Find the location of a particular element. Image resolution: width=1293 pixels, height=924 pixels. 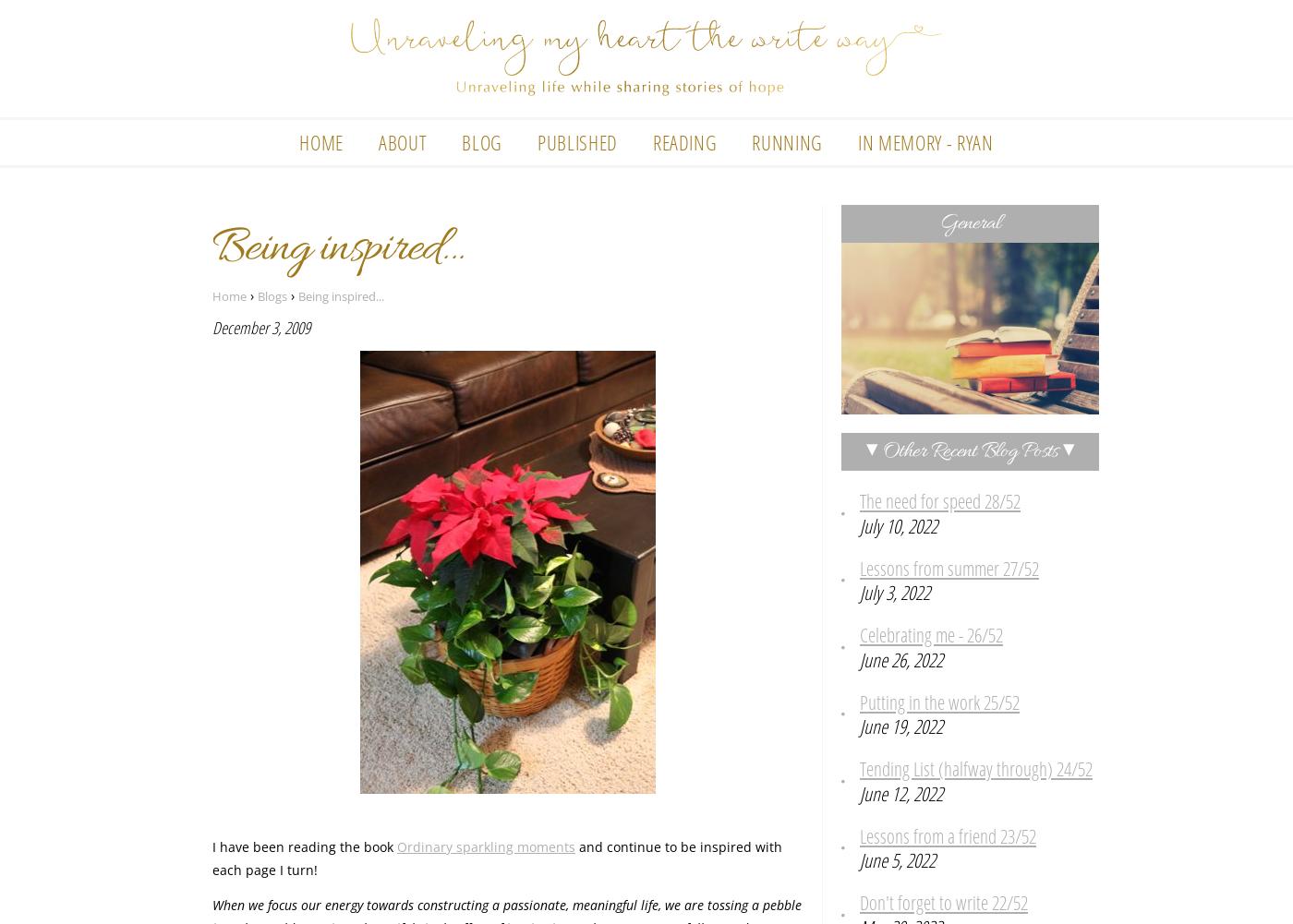

'Reading' is located at coordinates (684, 141).